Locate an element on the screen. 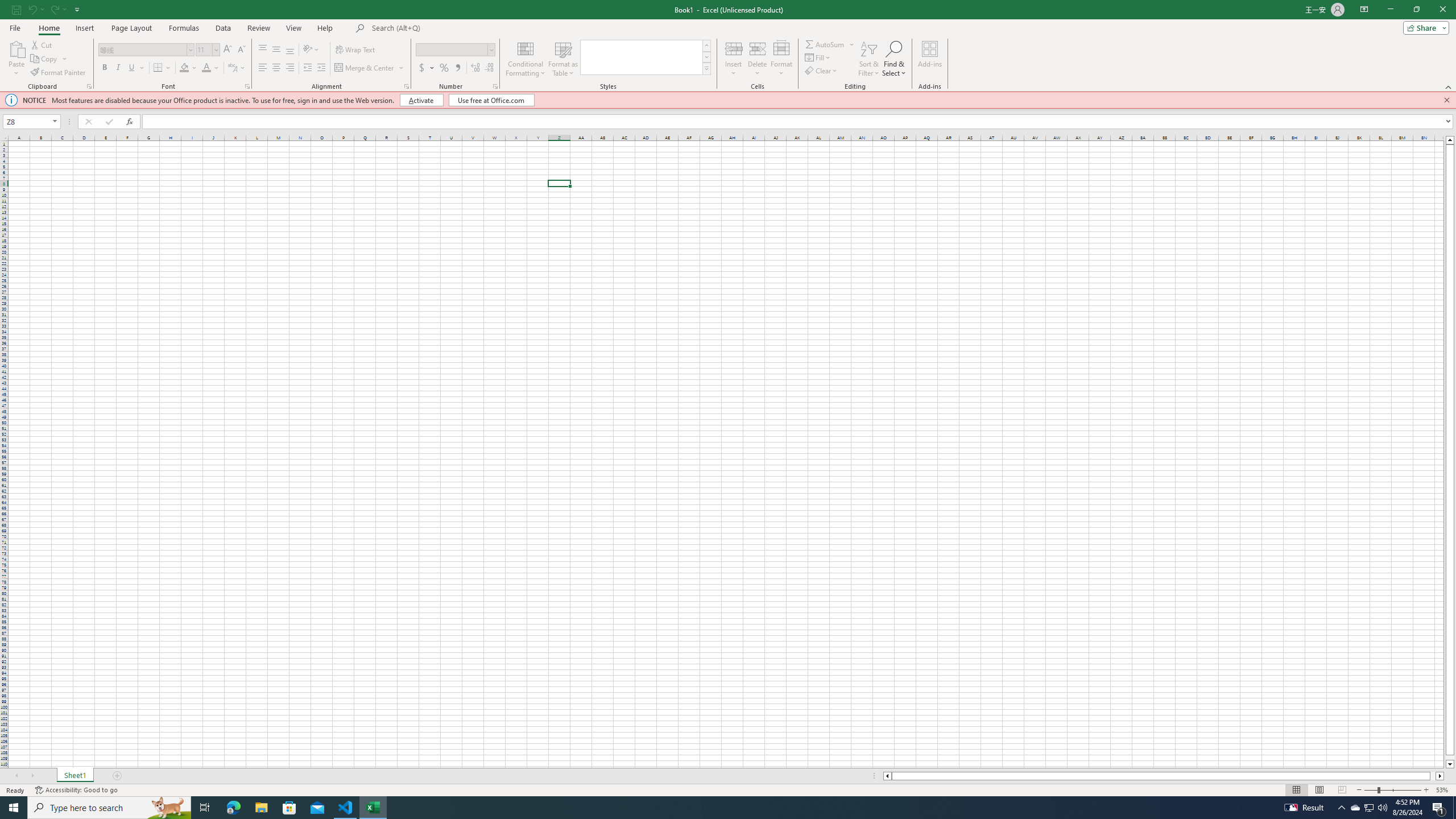 Image resolution: width=1456 pixels, height=819 pixels. 'Underline' is located at coordinates (136, 67).